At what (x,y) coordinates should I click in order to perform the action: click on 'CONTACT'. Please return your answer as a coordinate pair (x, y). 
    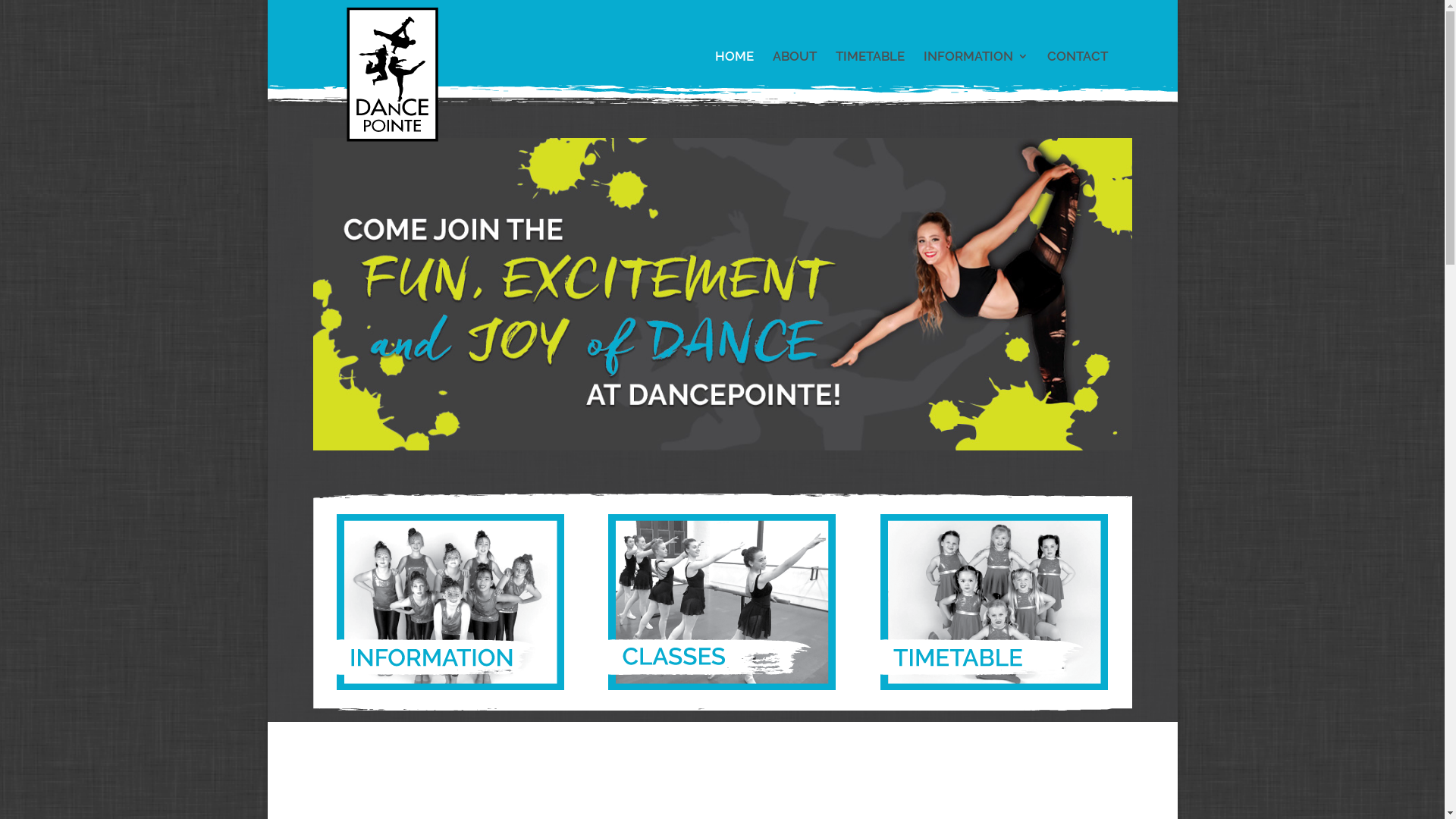
    Looking at the image, I should click on (1076, 70).